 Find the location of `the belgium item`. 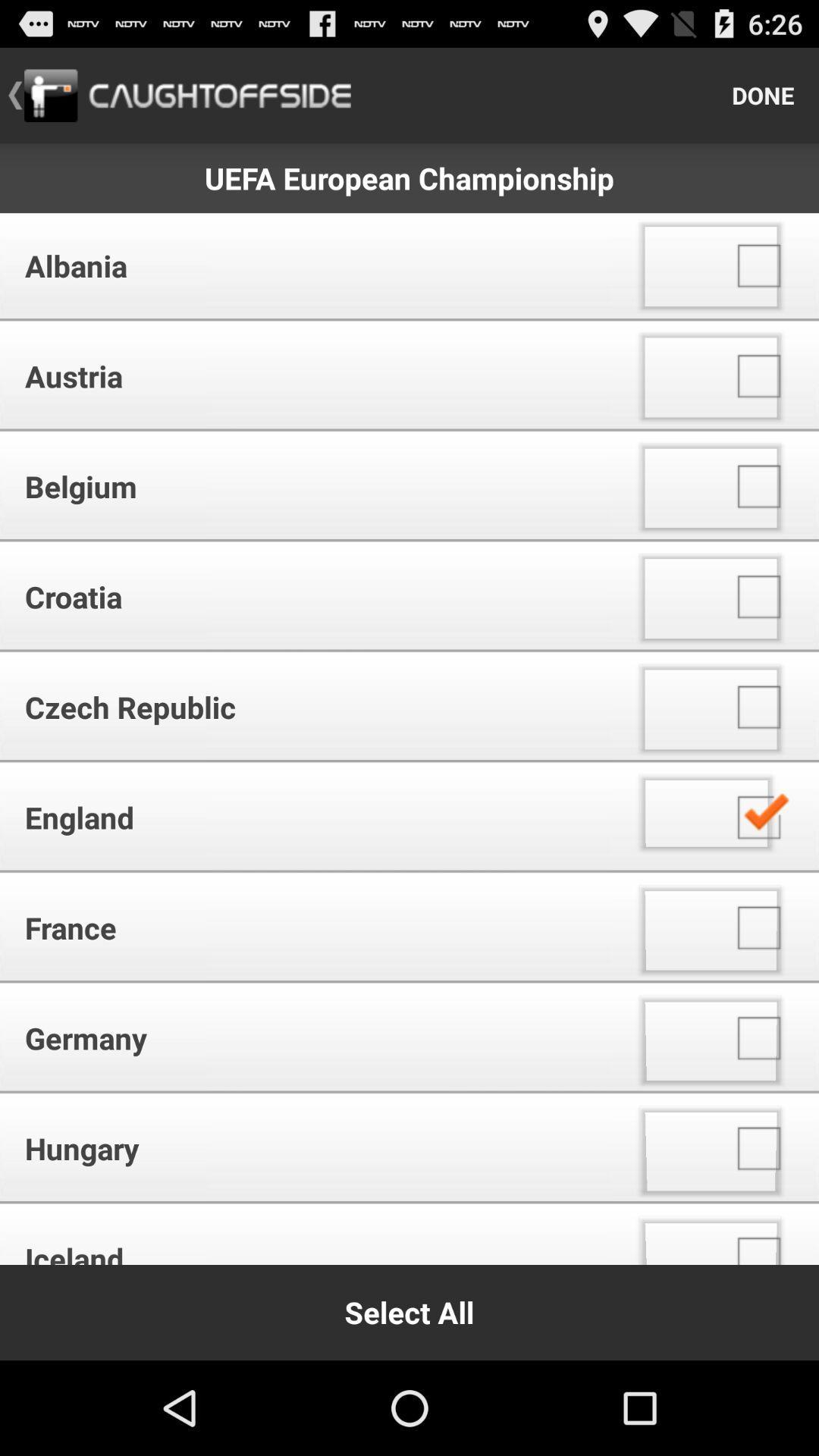

the belgium item is located at coordinates (310, 486).